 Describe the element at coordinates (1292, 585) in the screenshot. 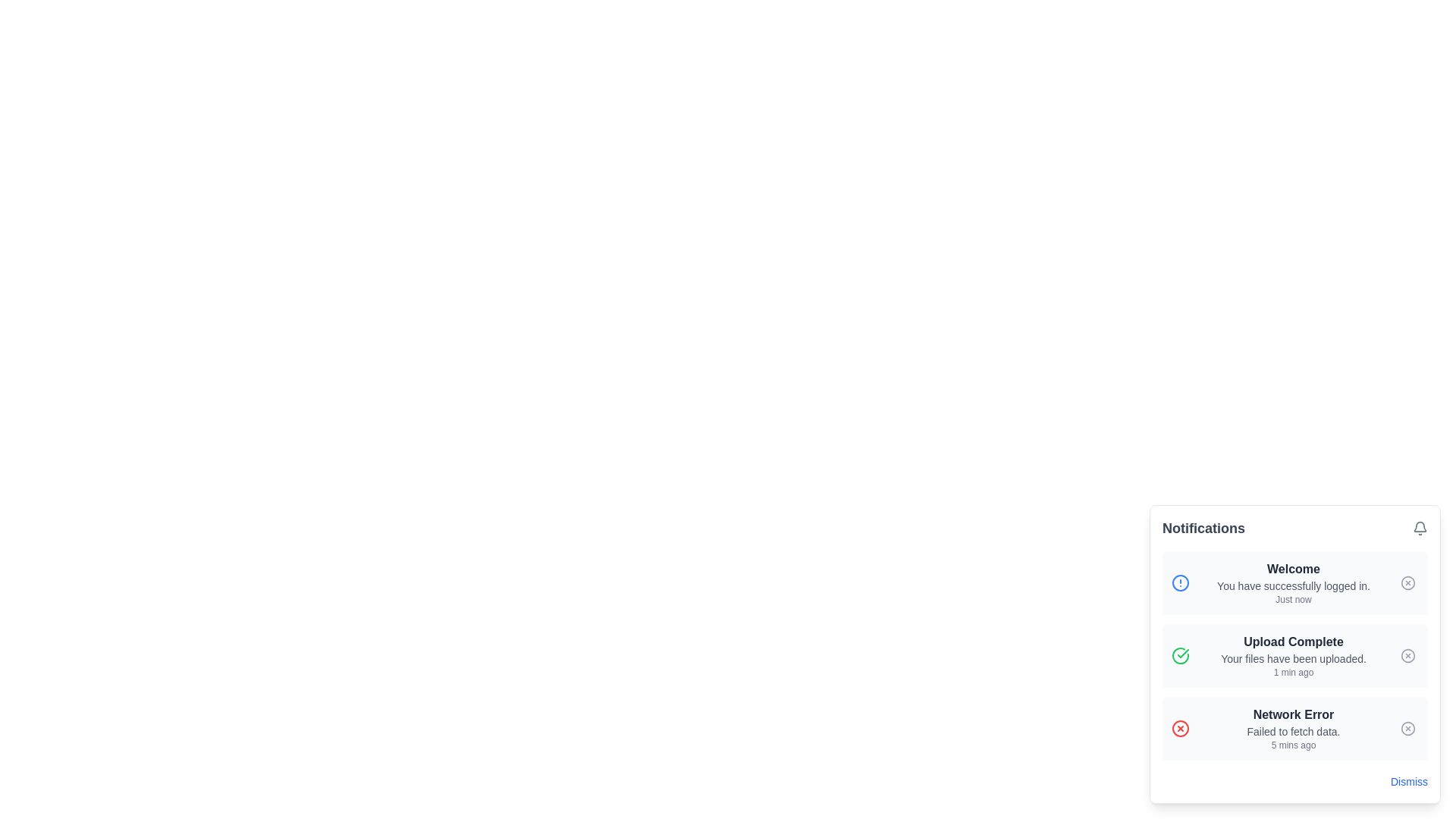

I see `the status message indicating successful login, which is located below the 'Welcome' heading and above the 'Just now' timestamp` at that location.